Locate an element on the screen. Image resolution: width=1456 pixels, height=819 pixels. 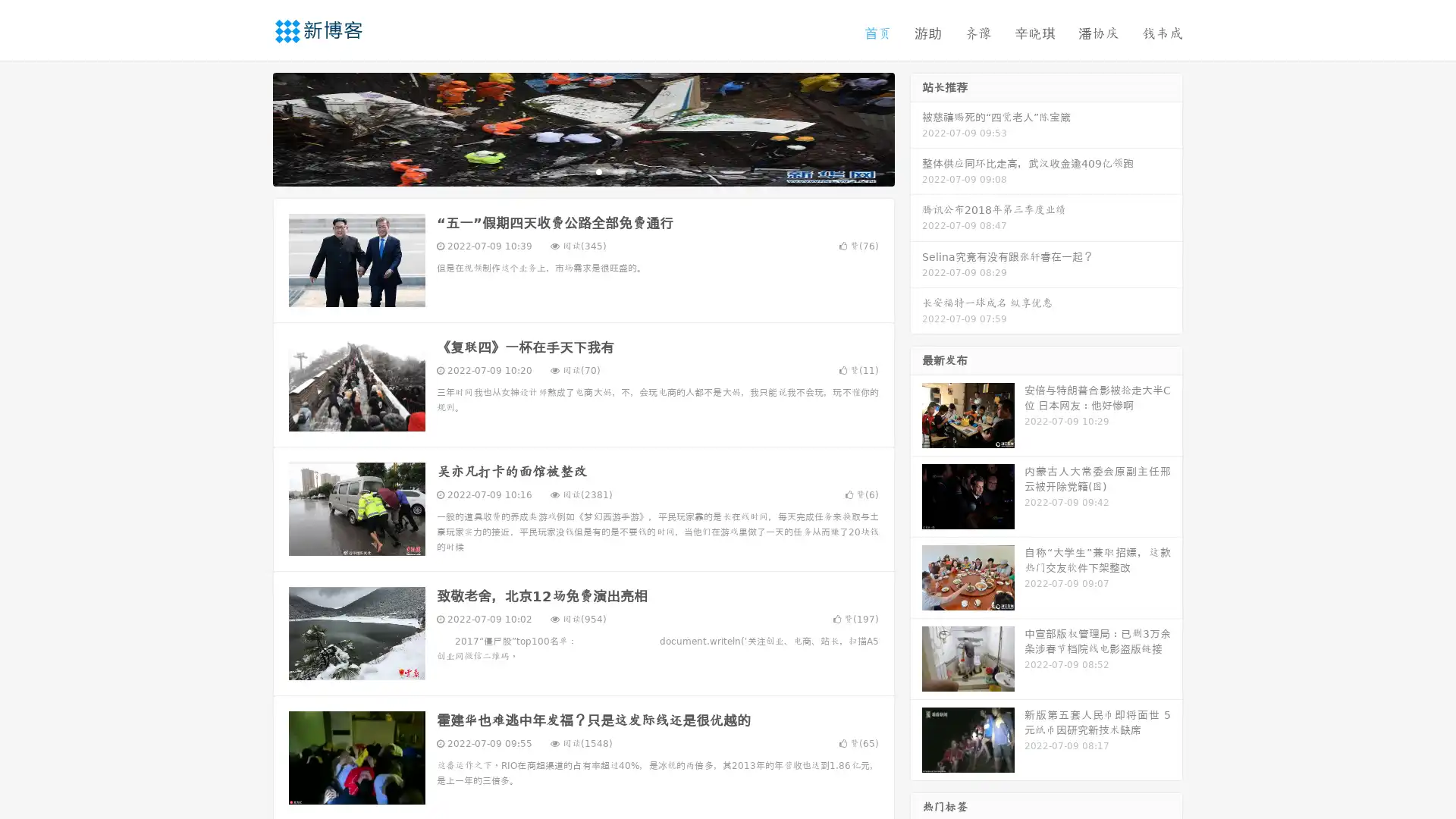
Previous slide is located at coordinates (250, 127).